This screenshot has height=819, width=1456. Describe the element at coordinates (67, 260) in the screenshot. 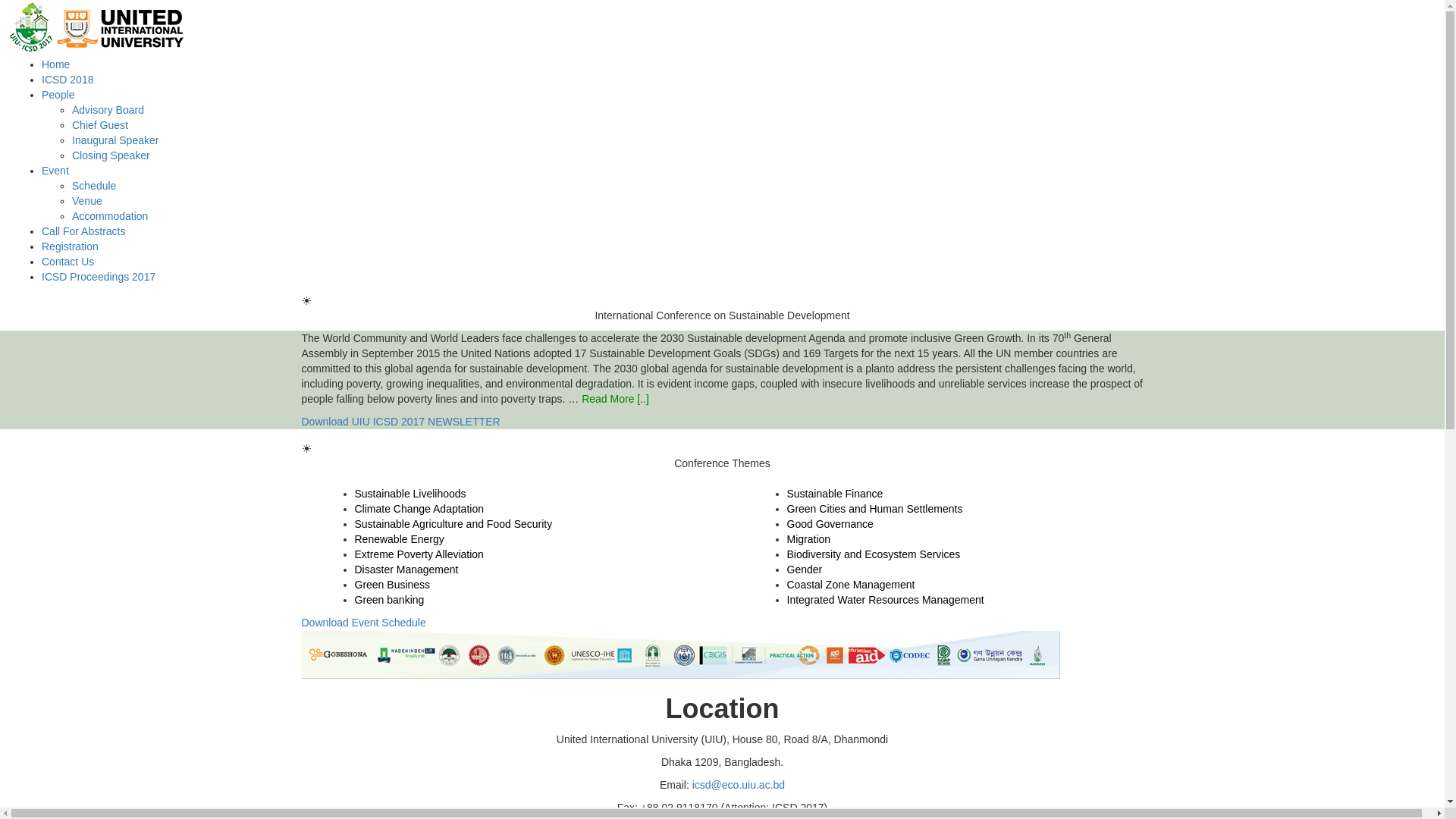

I see `'Contact Us'` at that location.